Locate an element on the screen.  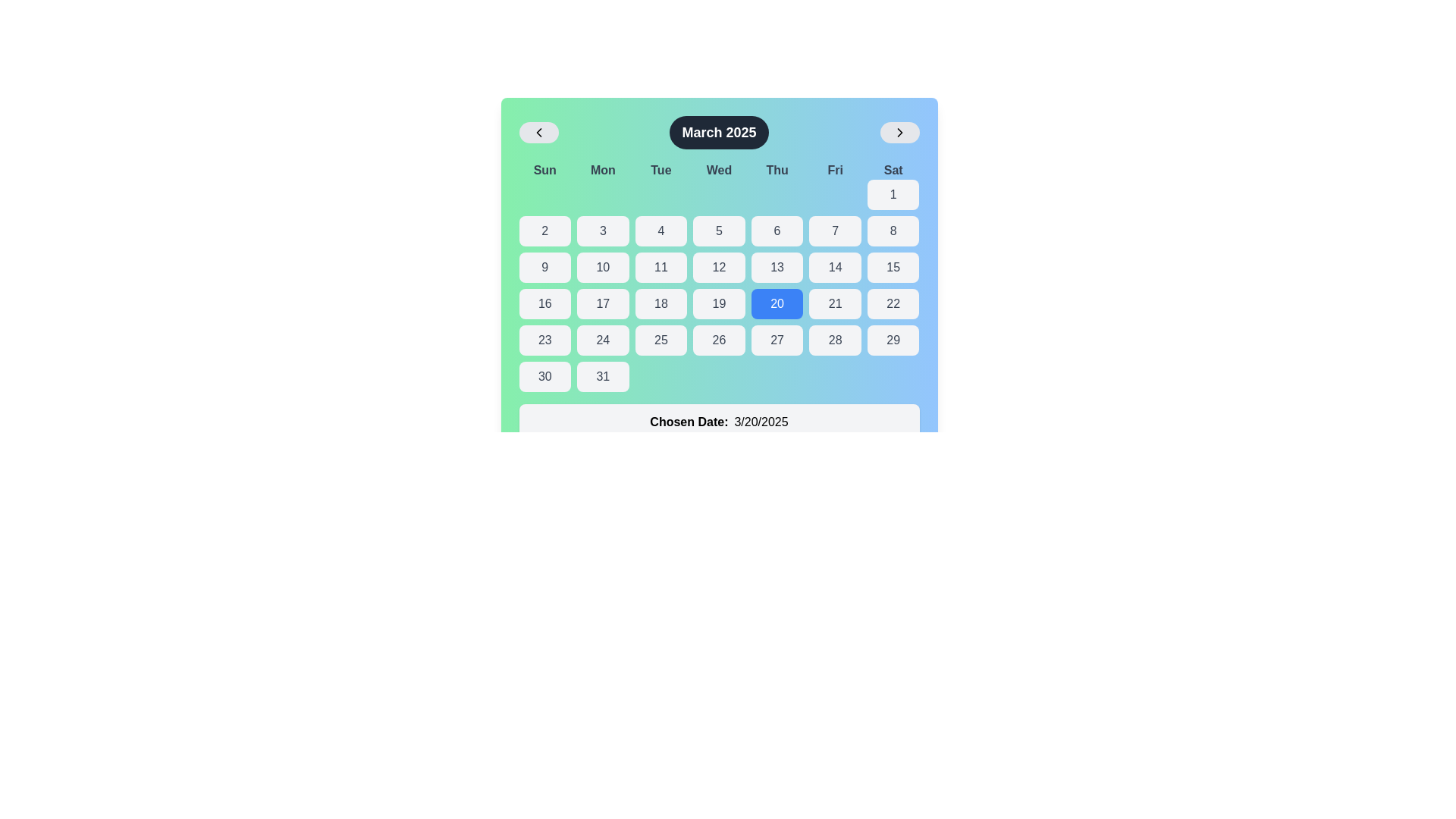
displayed date '3/20/2025' from the Text Display located to the right of the label 'Chosen Date:' in the bottom section of the calendar panel is located at coordinates (761, 422).